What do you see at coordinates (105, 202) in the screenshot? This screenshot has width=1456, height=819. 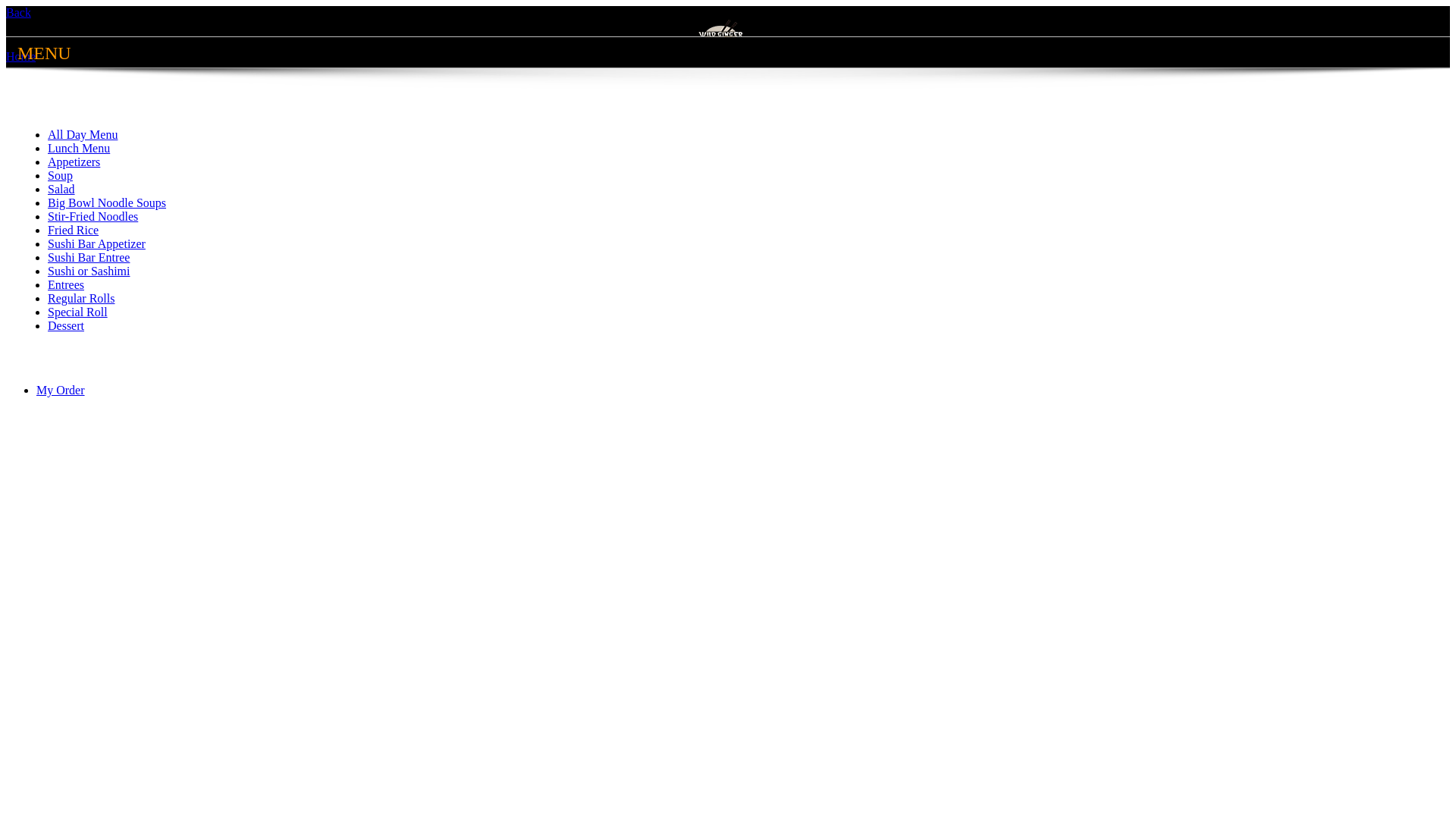 I see `'Big Bowl Noodle Soups'` at bounding box center [105, 202].